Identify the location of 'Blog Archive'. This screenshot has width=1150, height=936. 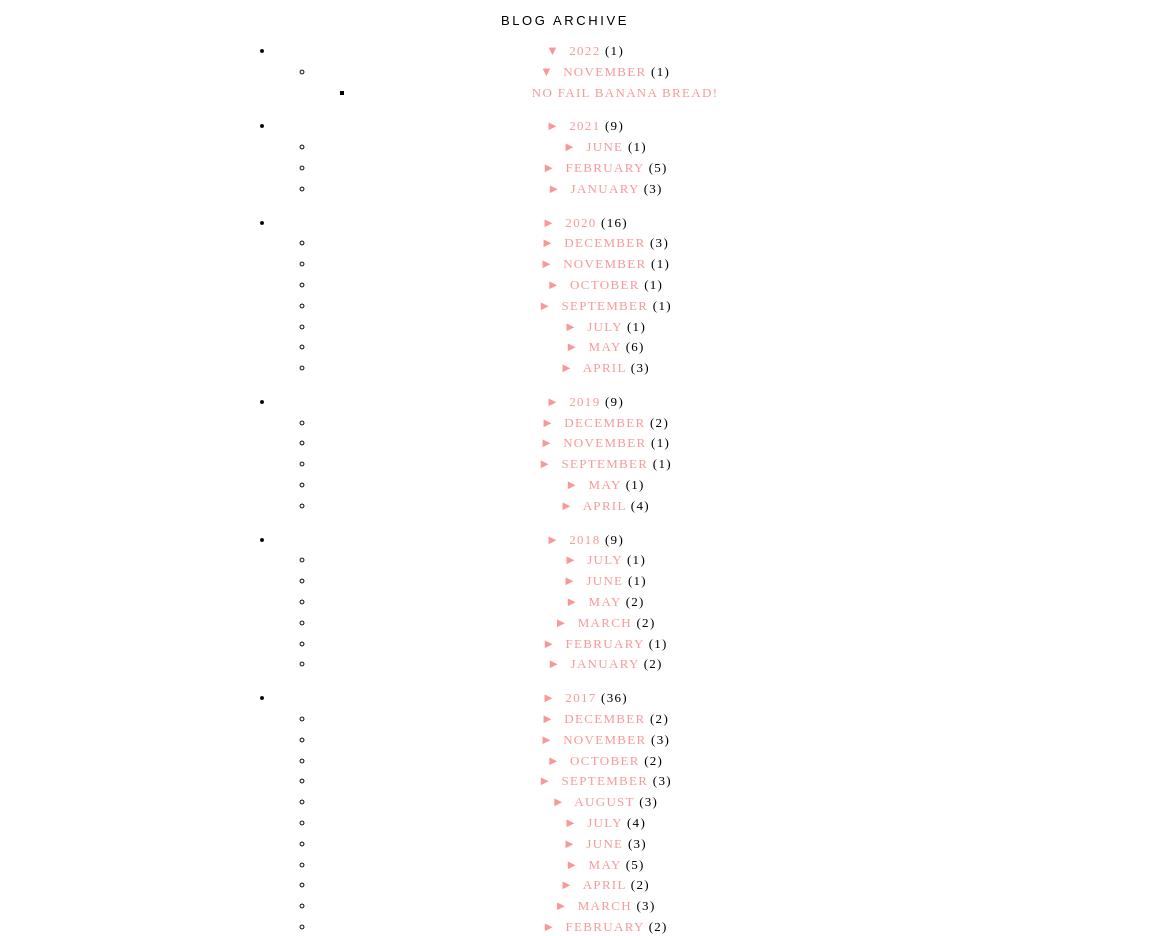
(500, 18).